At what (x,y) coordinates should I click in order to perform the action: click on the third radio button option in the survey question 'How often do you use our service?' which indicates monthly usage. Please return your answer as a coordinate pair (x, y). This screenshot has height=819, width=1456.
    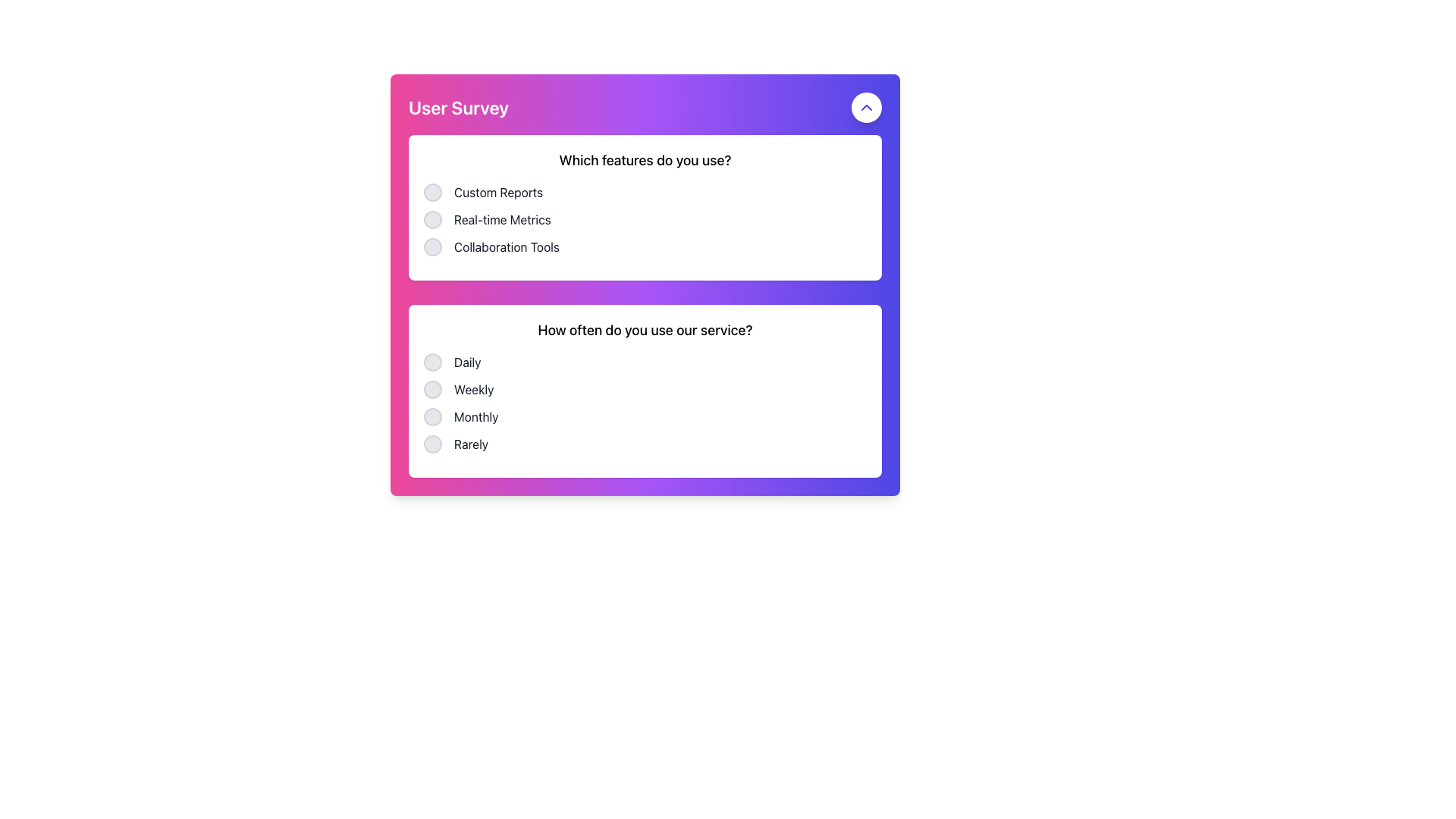
    Looking at the image, I should click on (645, 417).